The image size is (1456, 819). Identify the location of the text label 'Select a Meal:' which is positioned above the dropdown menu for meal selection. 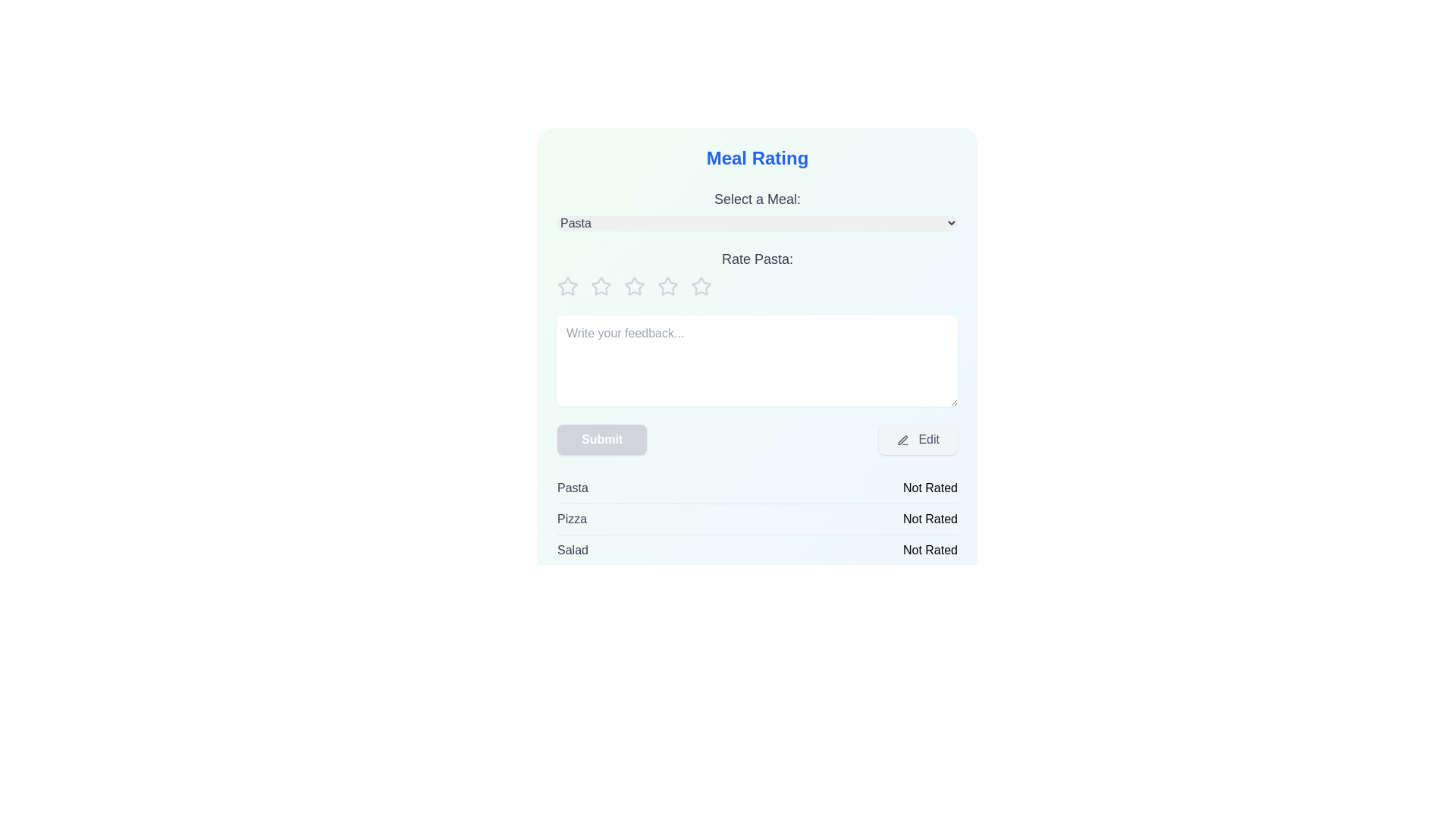
(757, 198).